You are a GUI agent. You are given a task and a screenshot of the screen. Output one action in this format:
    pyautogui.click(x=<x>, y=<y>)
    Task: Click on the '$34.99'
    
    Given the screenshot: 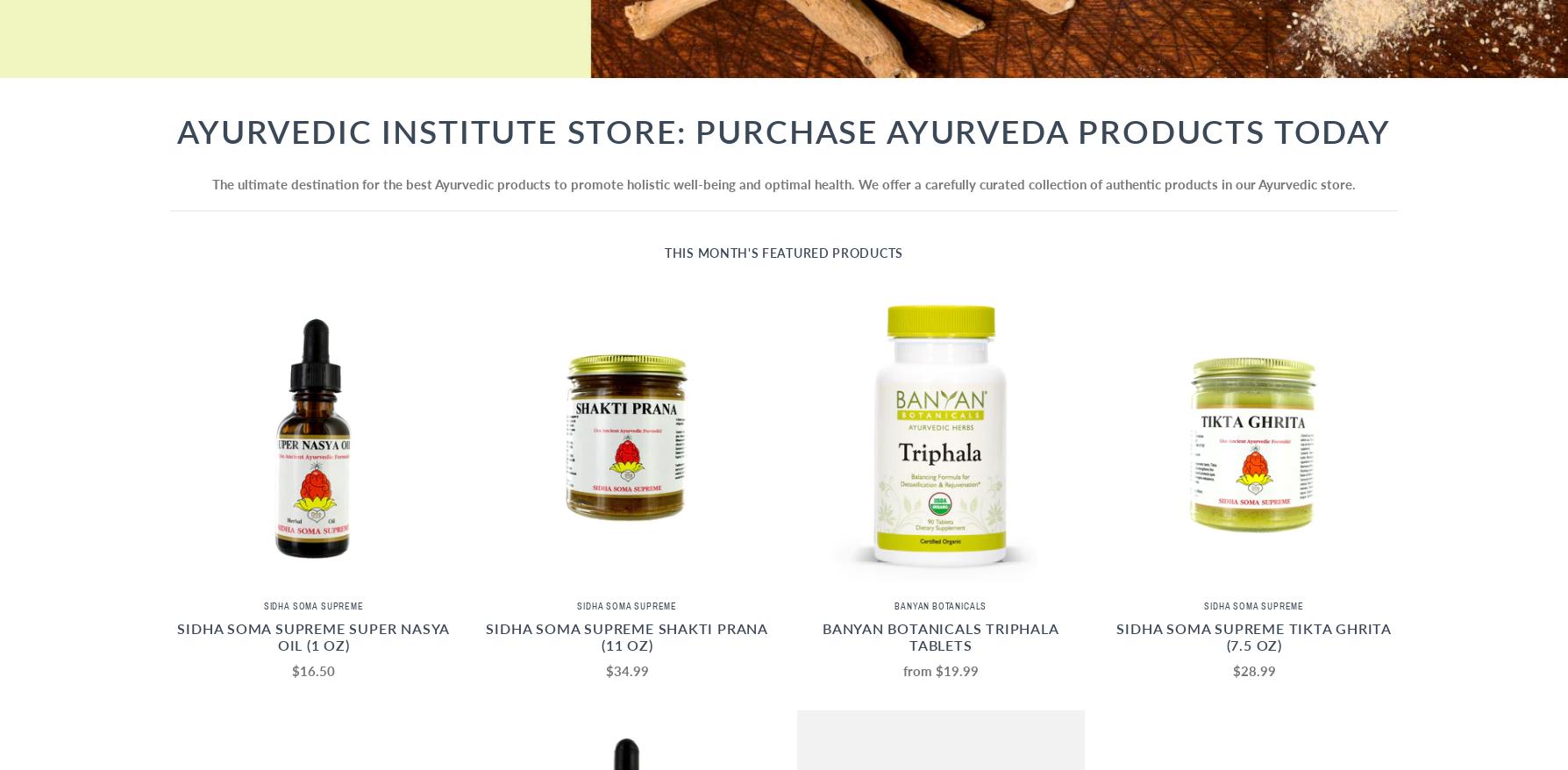 What is the action you would take?
    pyautogui.click(x=603, y=670)
    